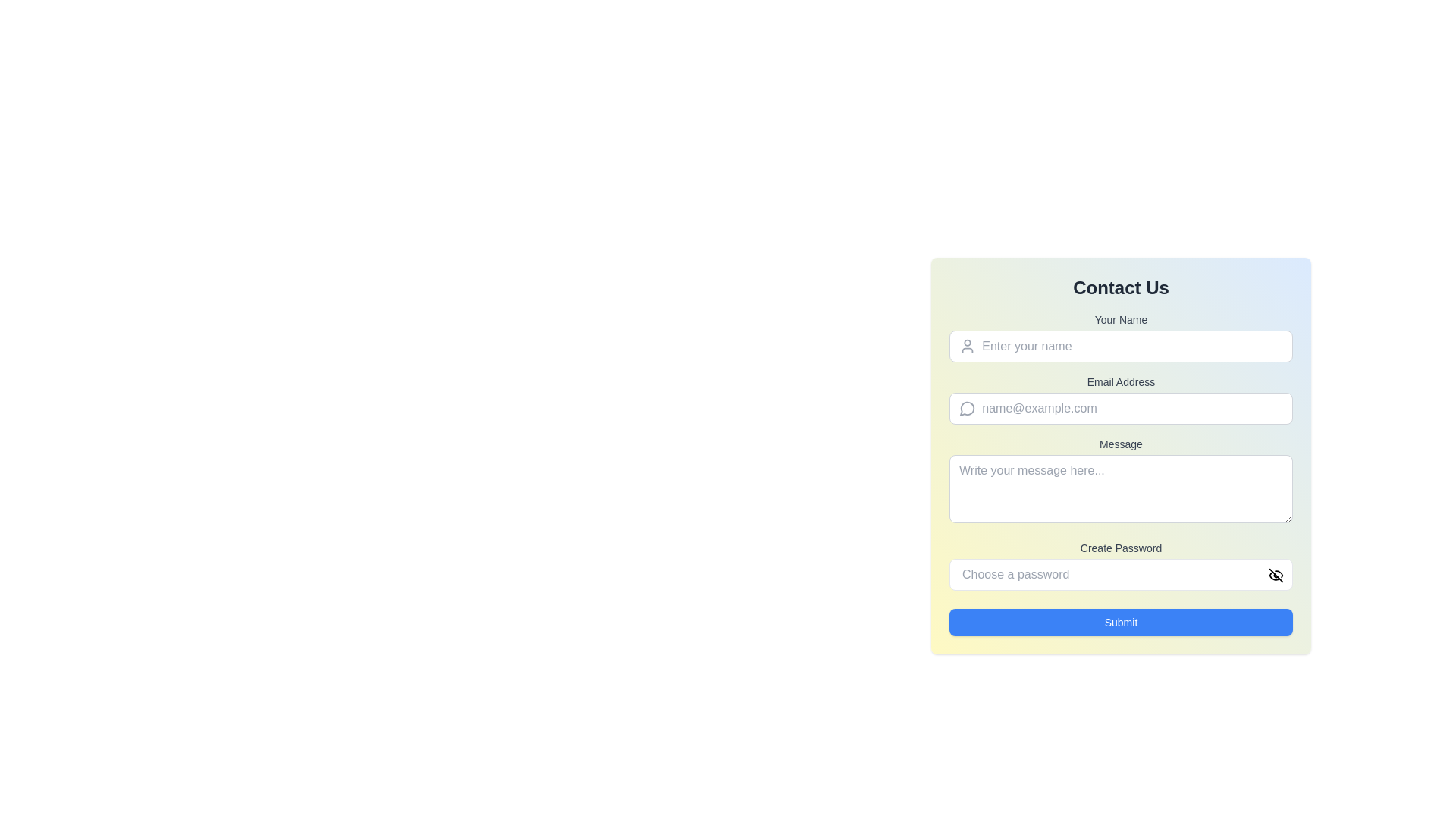  Describe the element at coordinates (1121, 381) in the screenshot. I see `the text label indicating the email address input field, which is located above the associated input field within the form` at that location.